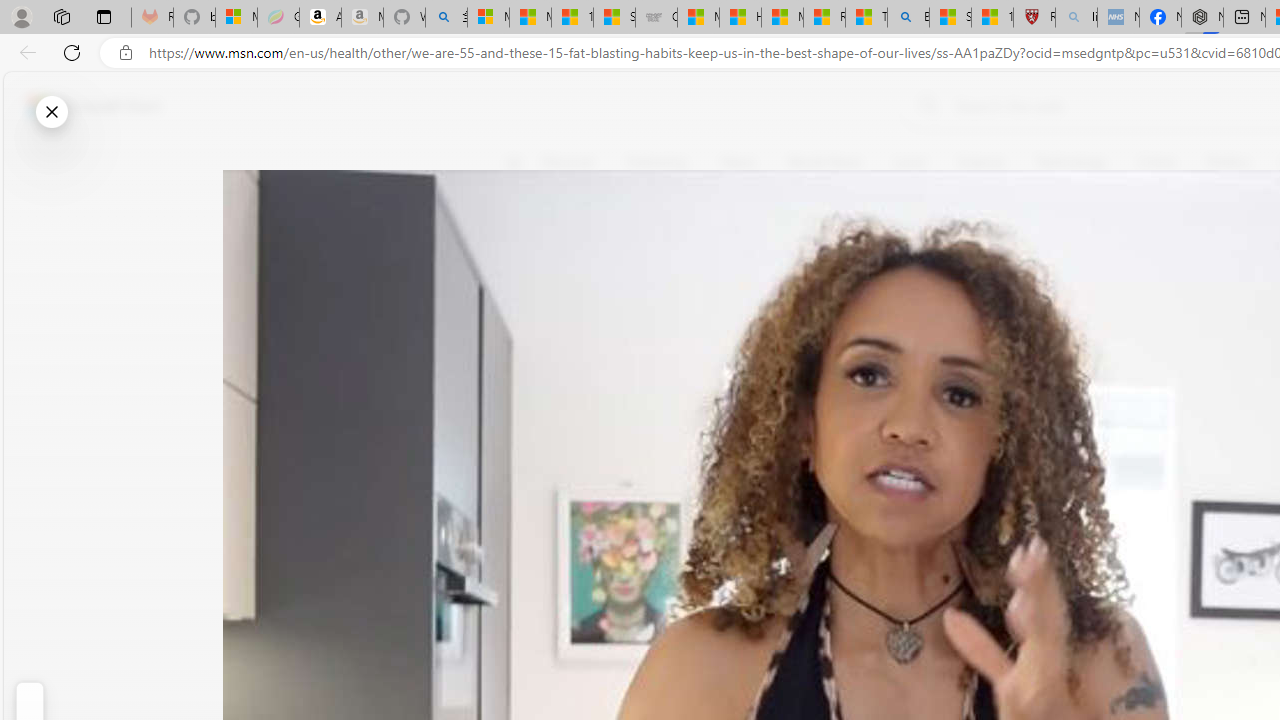  I want to click on 'Combat Siege', so click(656, 17).